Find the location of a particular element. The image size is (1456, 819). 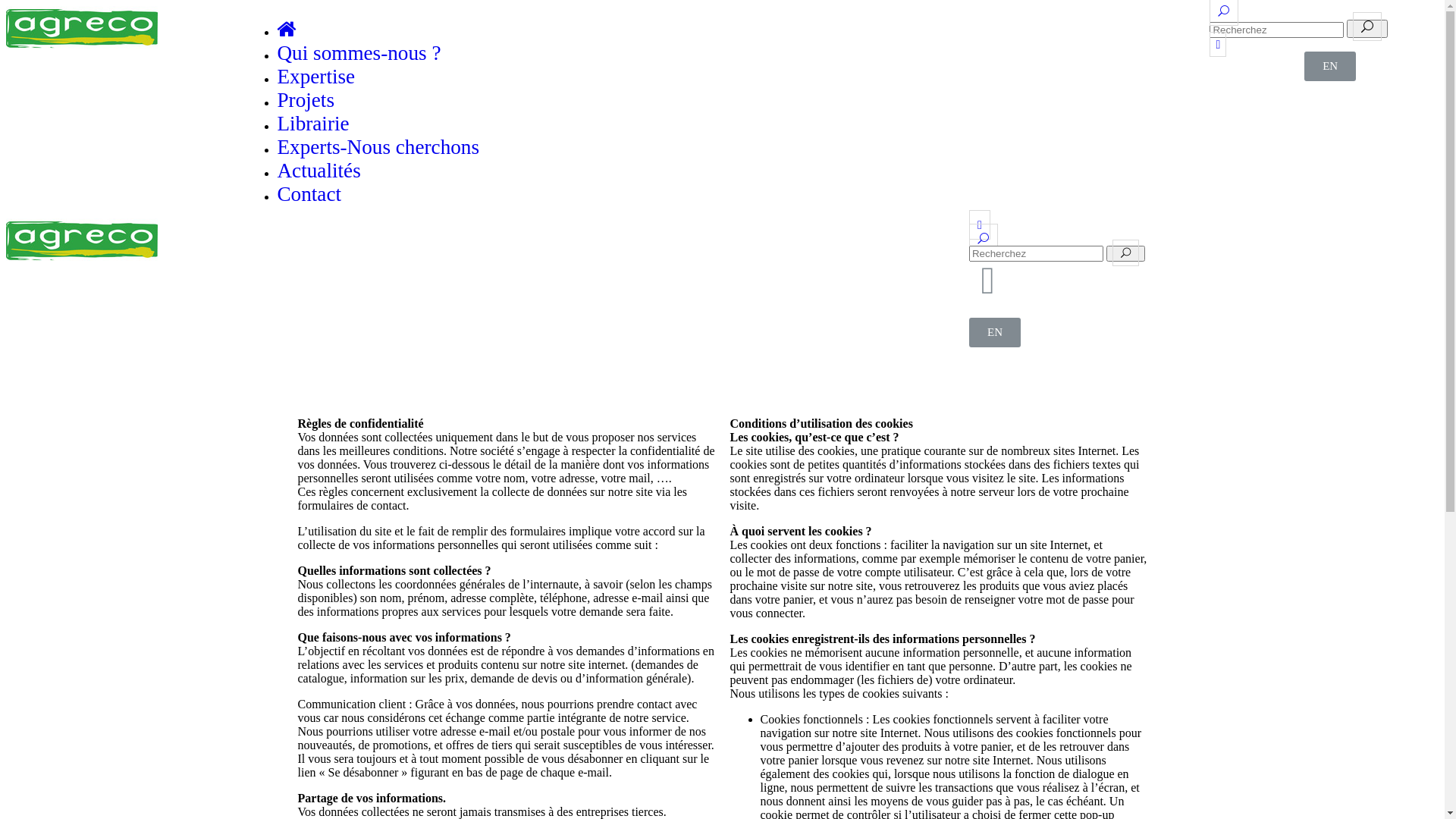

'Librairie' is located at coordinates (58, 268).